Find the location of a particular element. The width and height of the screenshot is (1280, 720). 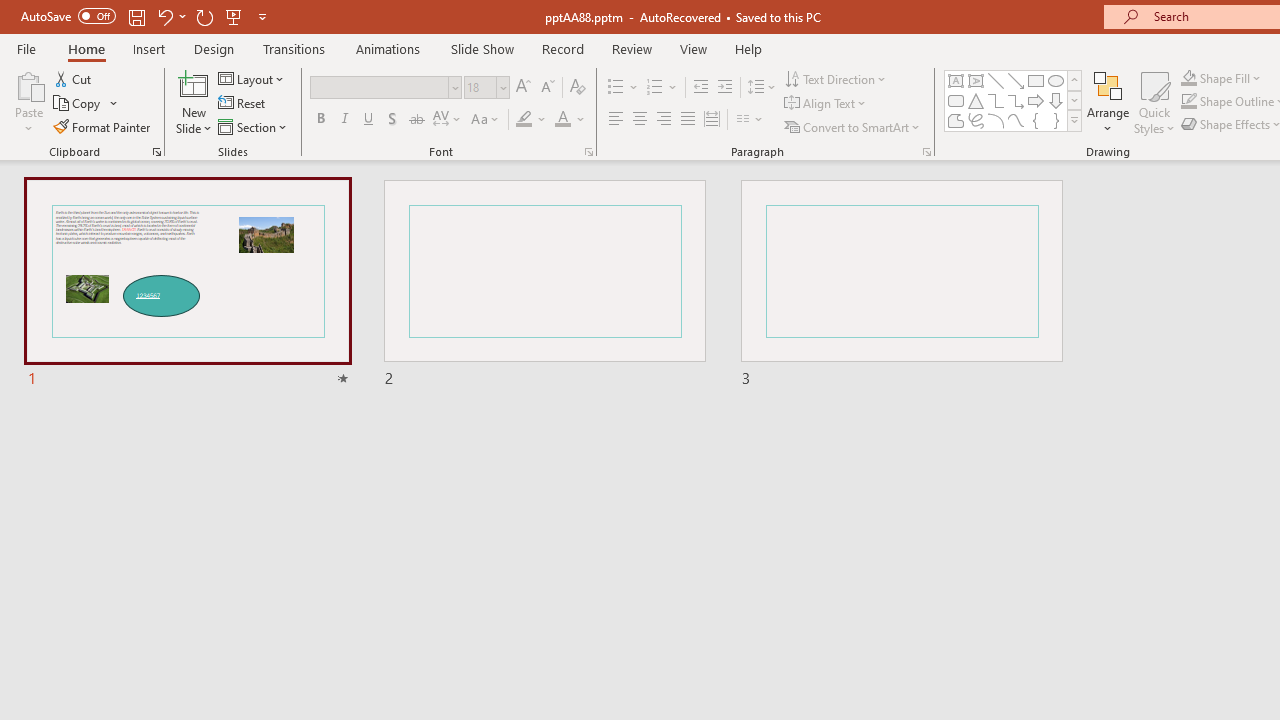

'Character Spacing' is located at coordinates (447, 119).